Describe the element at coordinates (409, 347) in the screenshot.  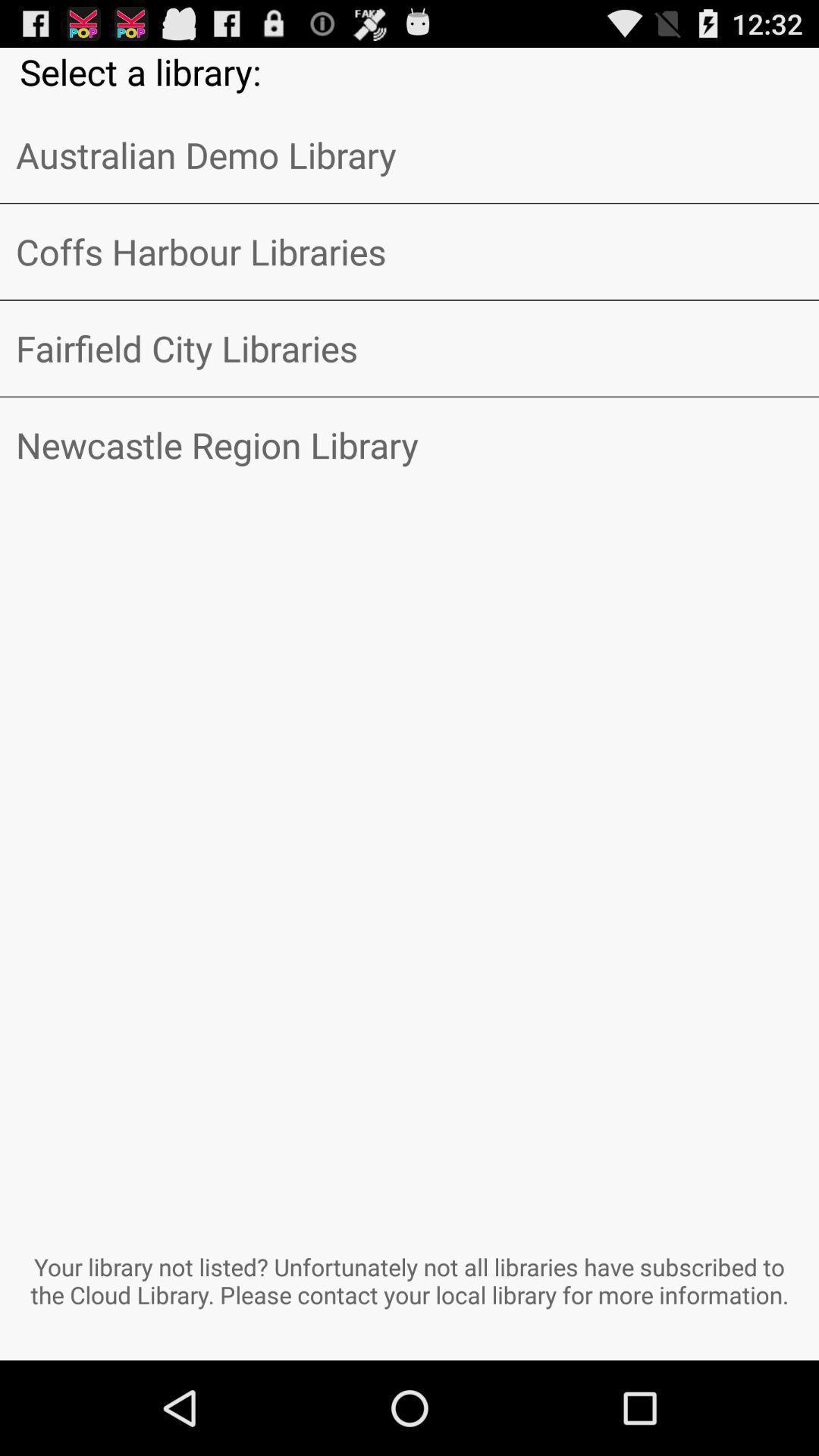
I see `the fairfield city libraries` at that location.